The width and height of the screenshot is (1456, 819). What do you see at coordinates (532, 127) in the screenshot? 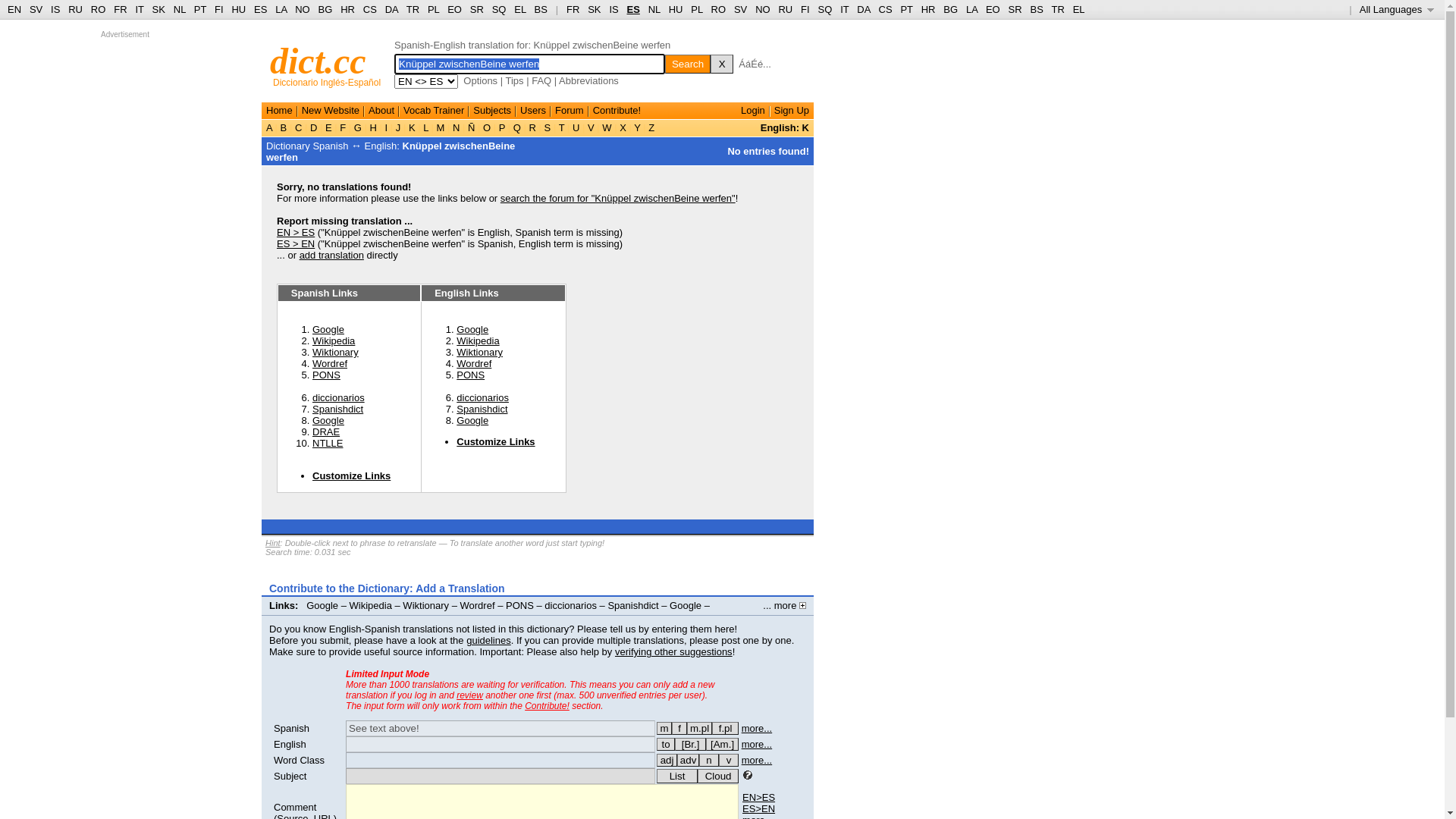
I see `'R'` at bounding box center [532, 127].